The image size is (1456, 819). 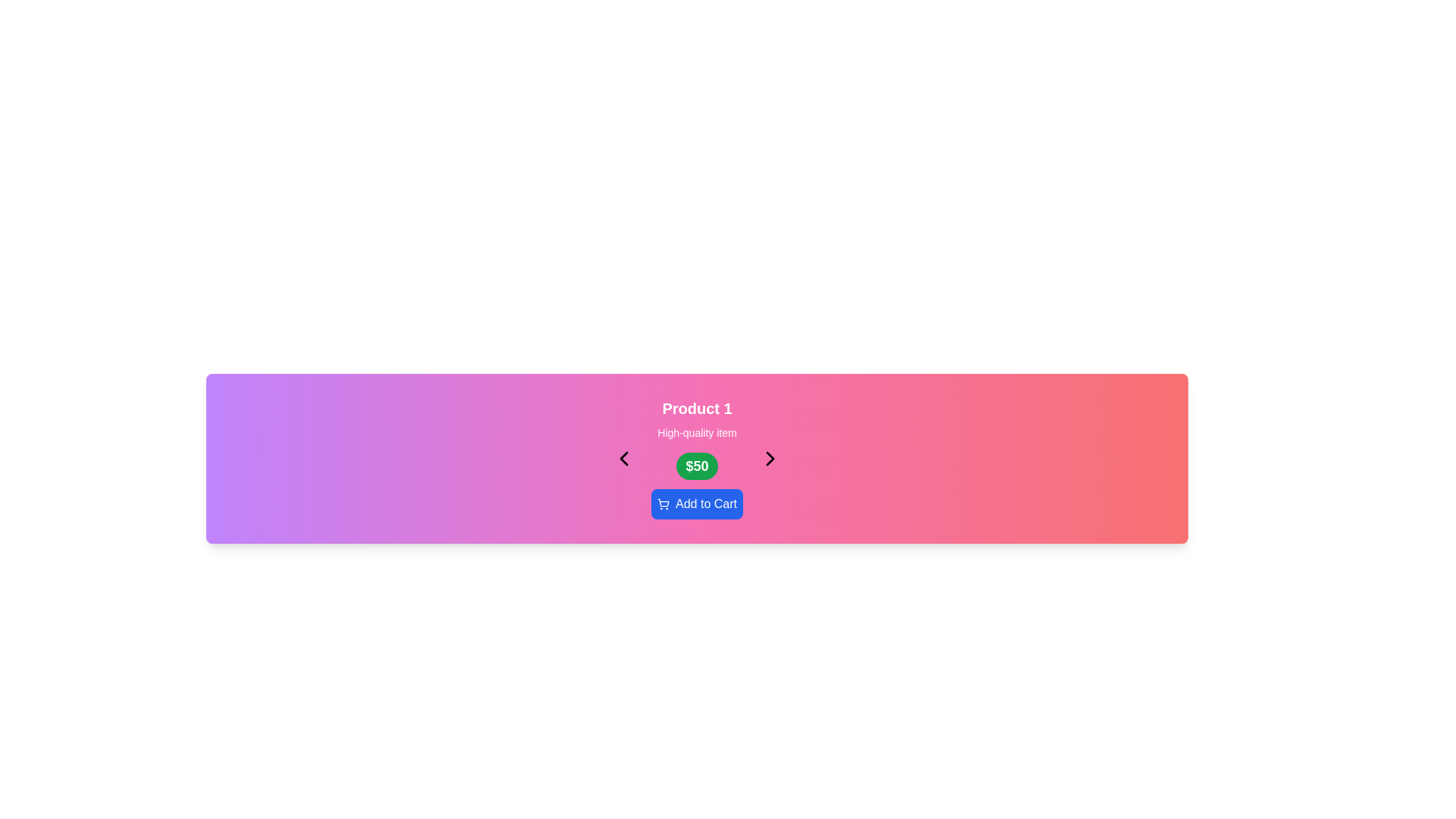 I want to click on the left arrow SVG element, so click(x=624, y=458).